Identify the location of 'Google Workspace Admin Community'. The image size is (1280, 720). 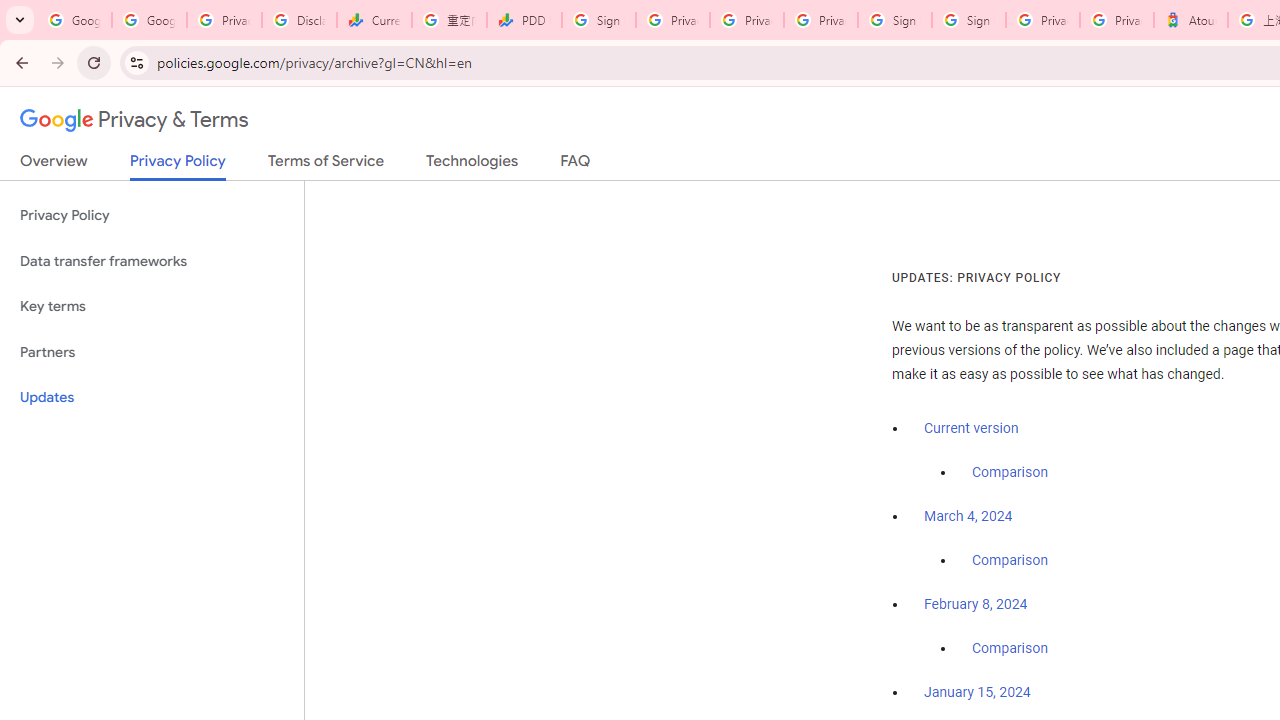
(74, 20).